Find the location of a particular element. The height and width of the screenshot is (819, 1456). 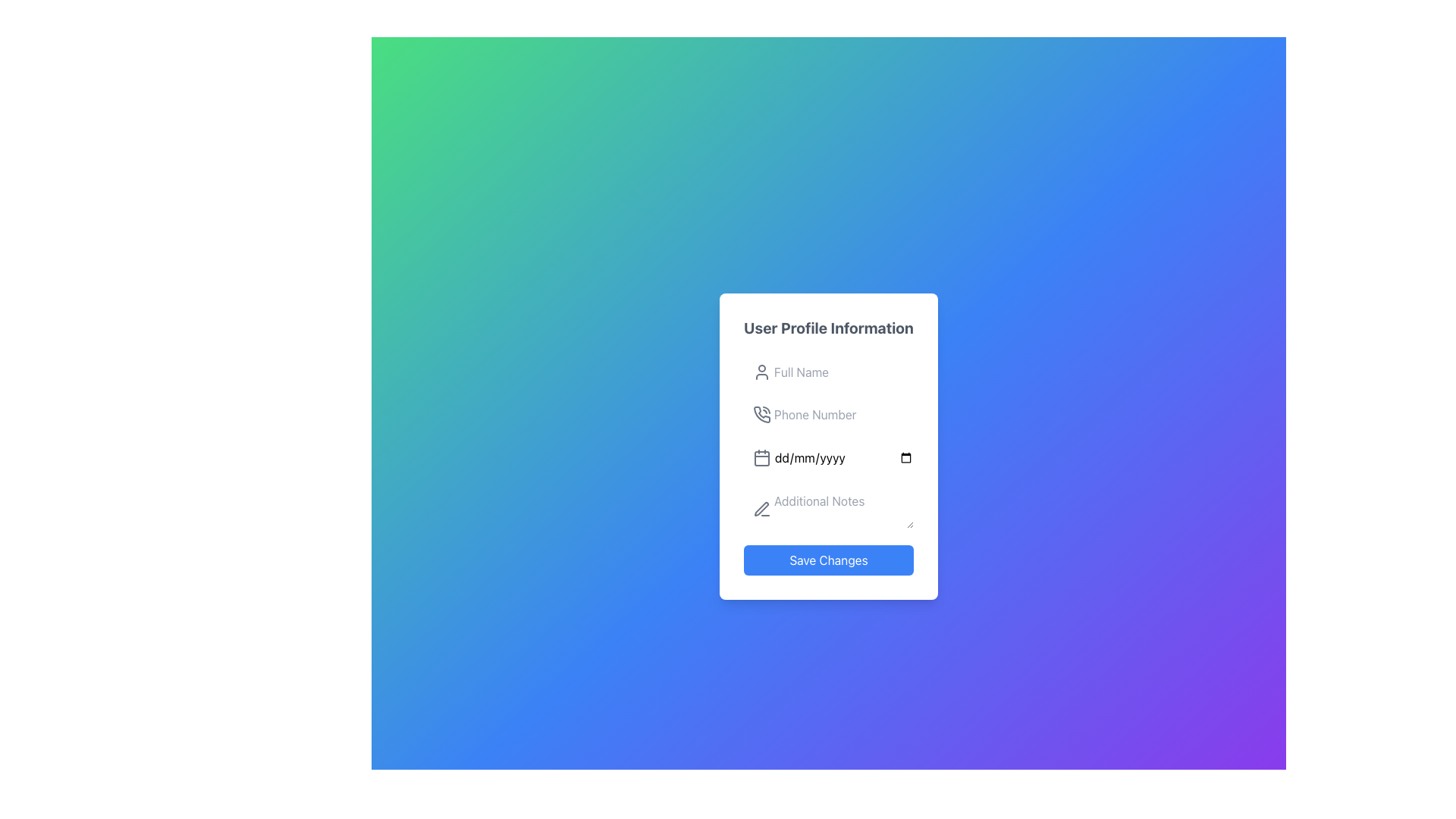

the decorative icon that signifies editing or writing capabilities related to the 'Additional Notes' field, located to the left of the 'Additional Notes' field label is located at coordinates (761, 509).